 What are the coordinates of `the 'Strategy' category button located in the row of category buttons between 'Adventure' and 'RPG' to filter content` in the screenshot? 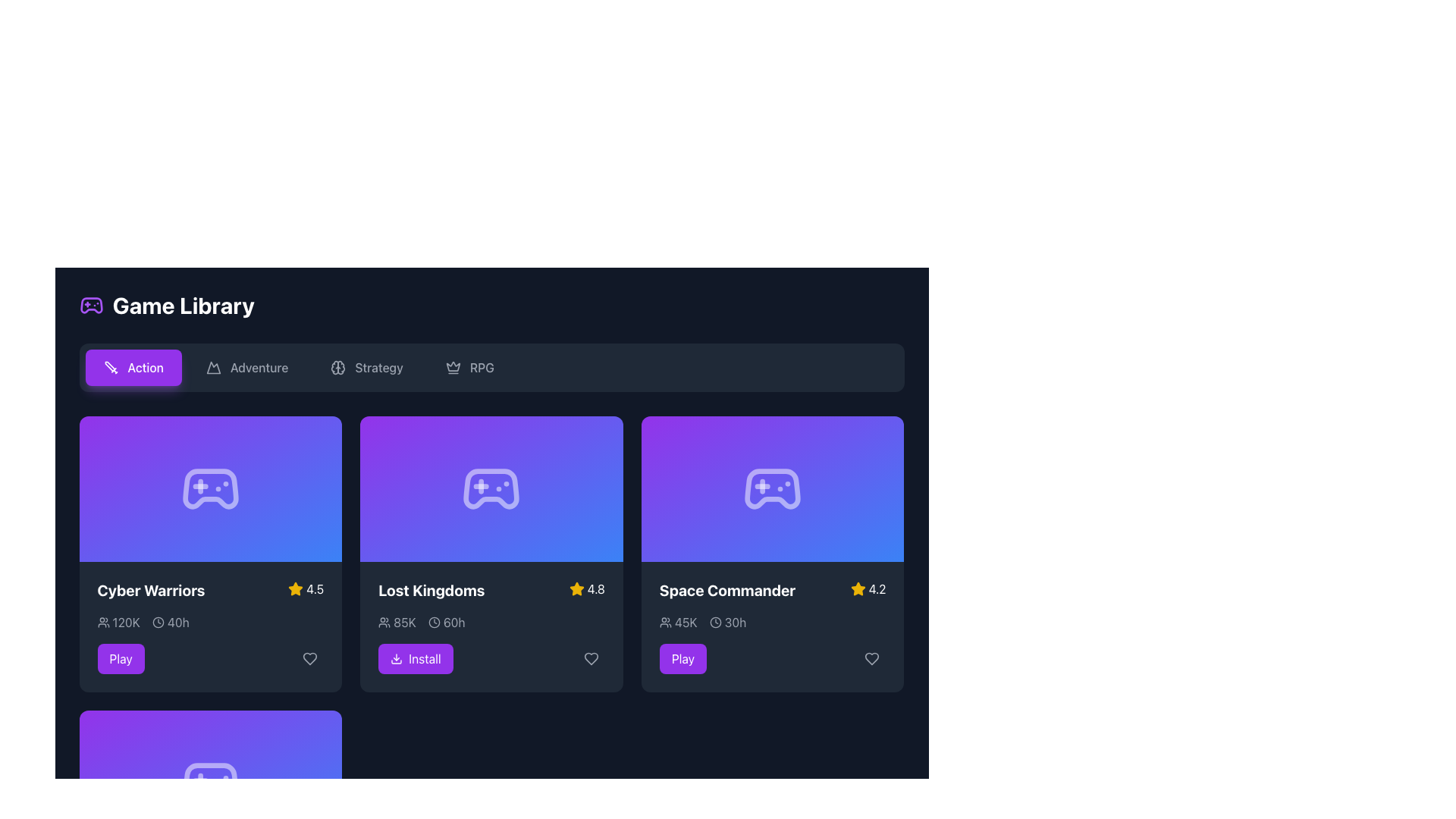 It's located at (367, 368).